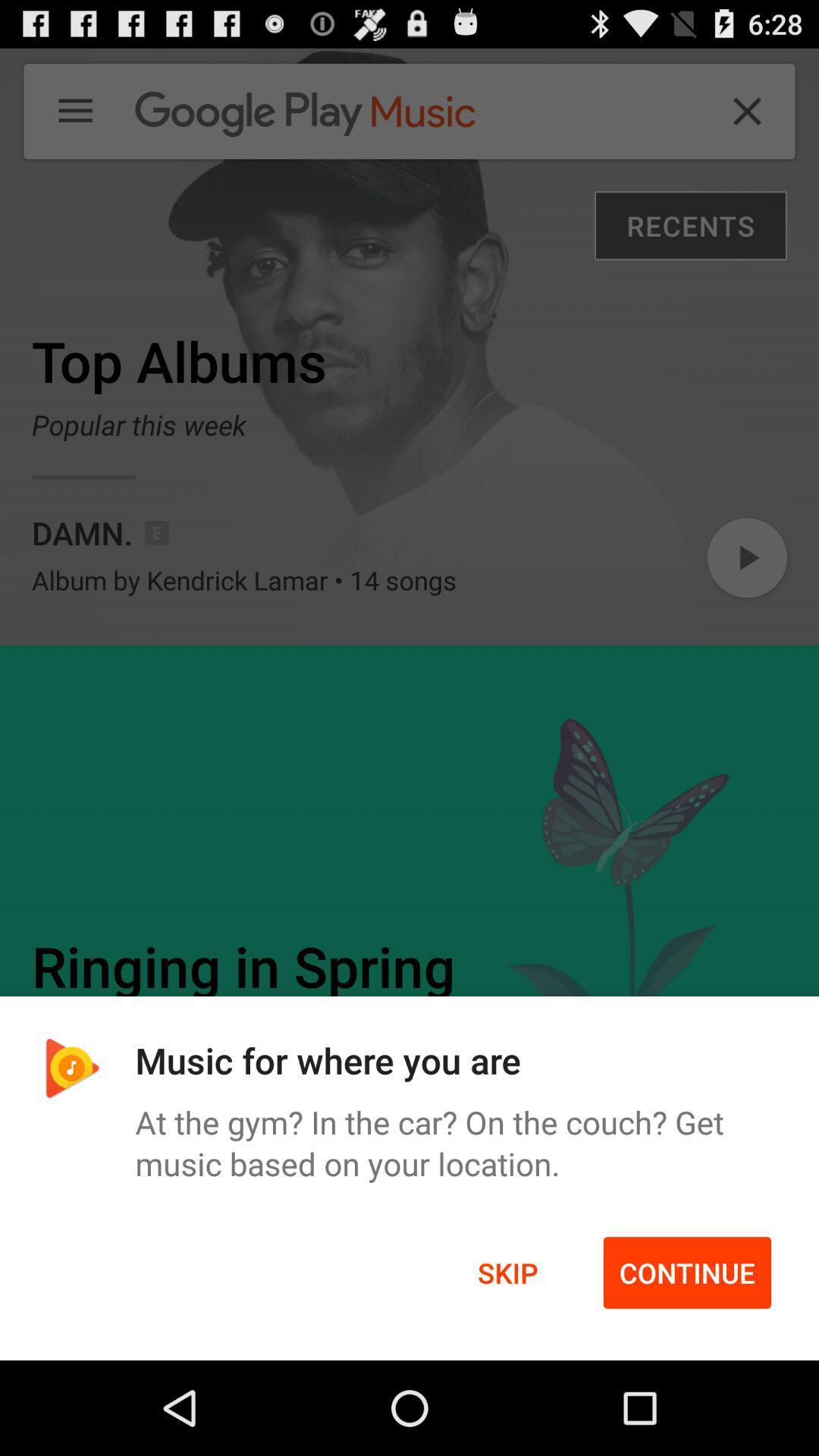  Describe the element at coordinates (687, 1272) in the screenshot. I see `the continue item` at that location.